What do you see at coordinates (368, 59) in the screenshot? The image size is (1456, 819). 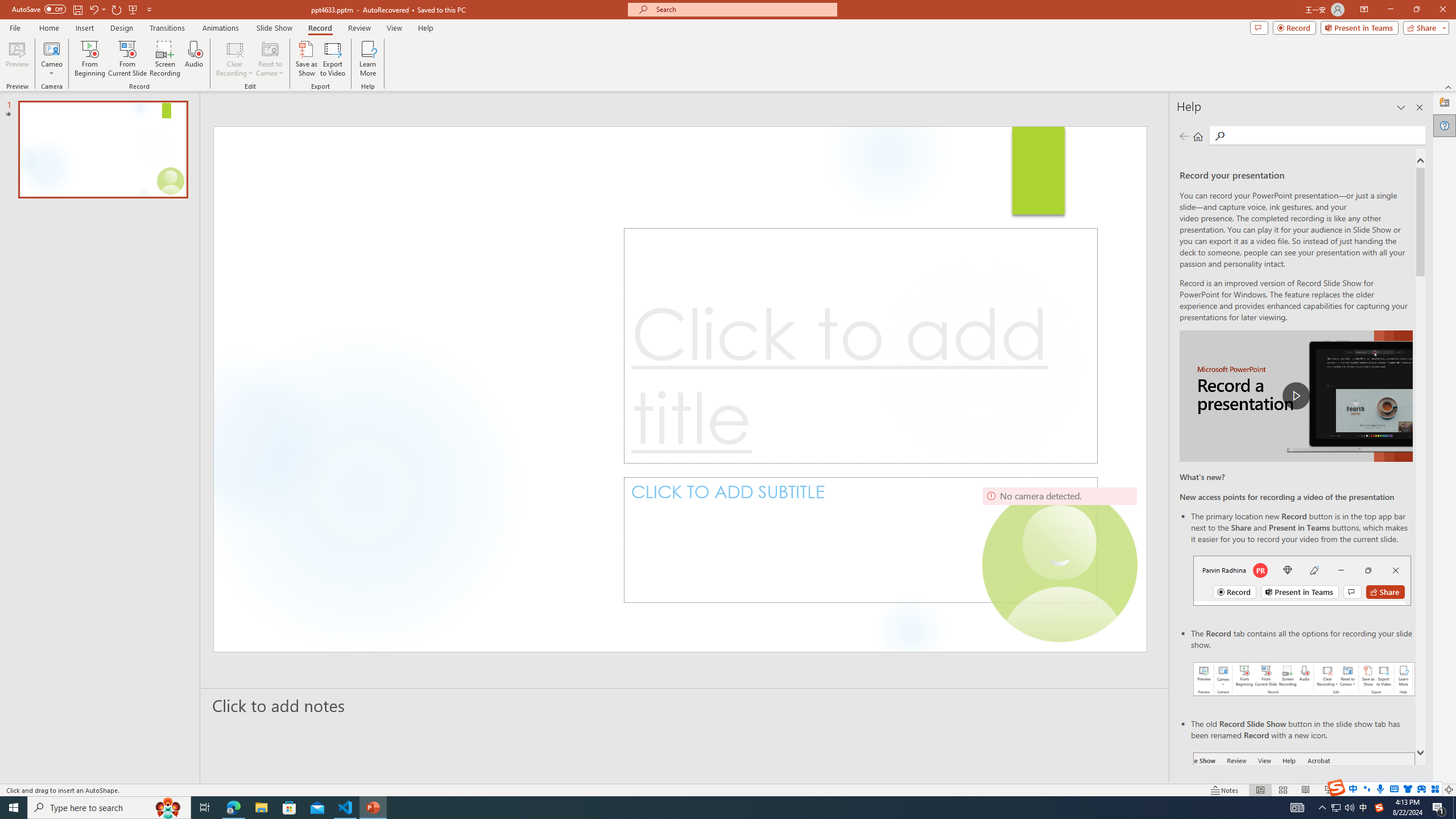 I see `'Learn More'` at bounding box center [368, 59].